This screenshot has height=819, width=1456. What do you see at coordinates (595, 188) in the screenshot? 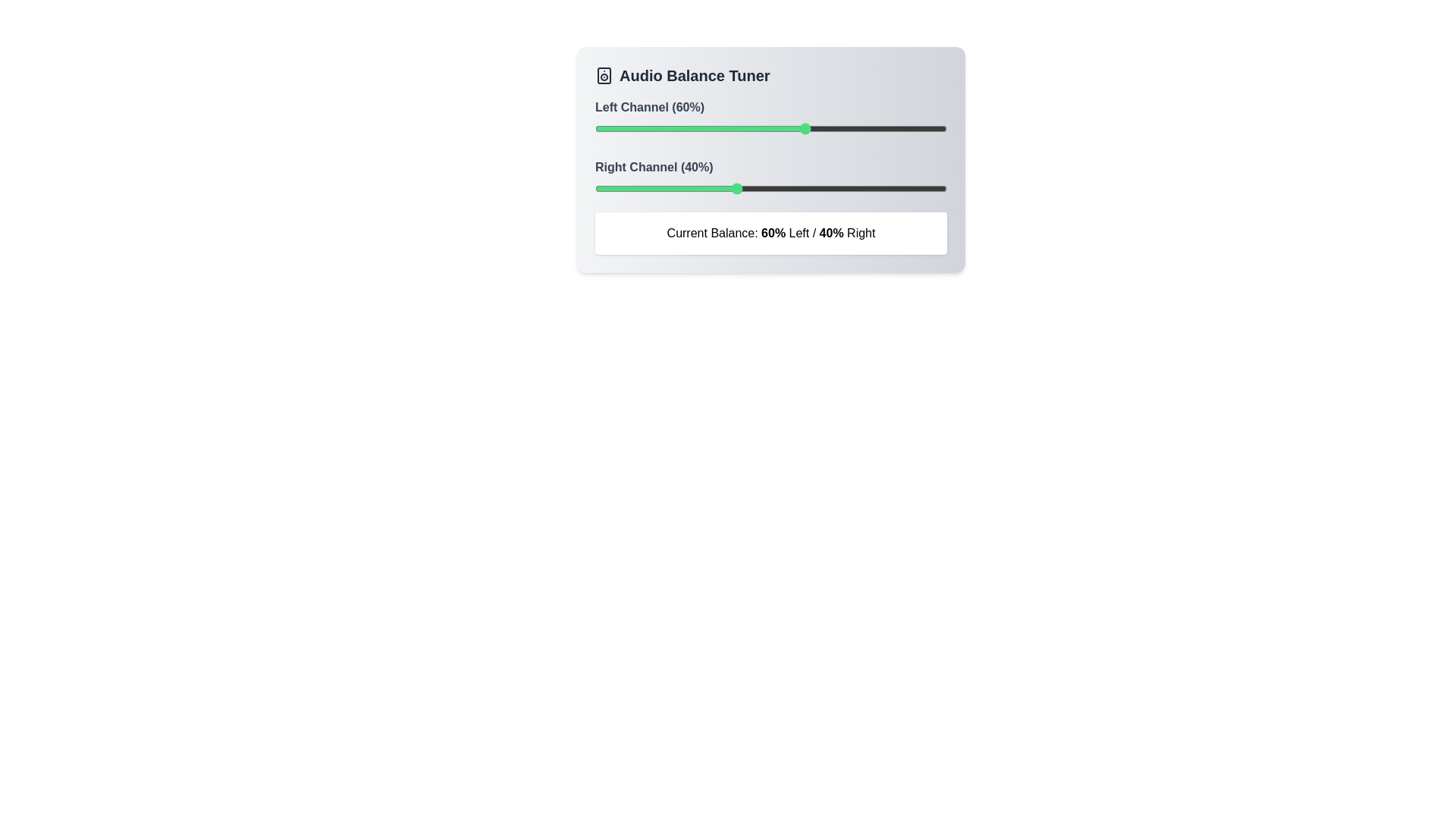
I see `the right channel balance to 0% using the slider` at bounding box center [595, 188].